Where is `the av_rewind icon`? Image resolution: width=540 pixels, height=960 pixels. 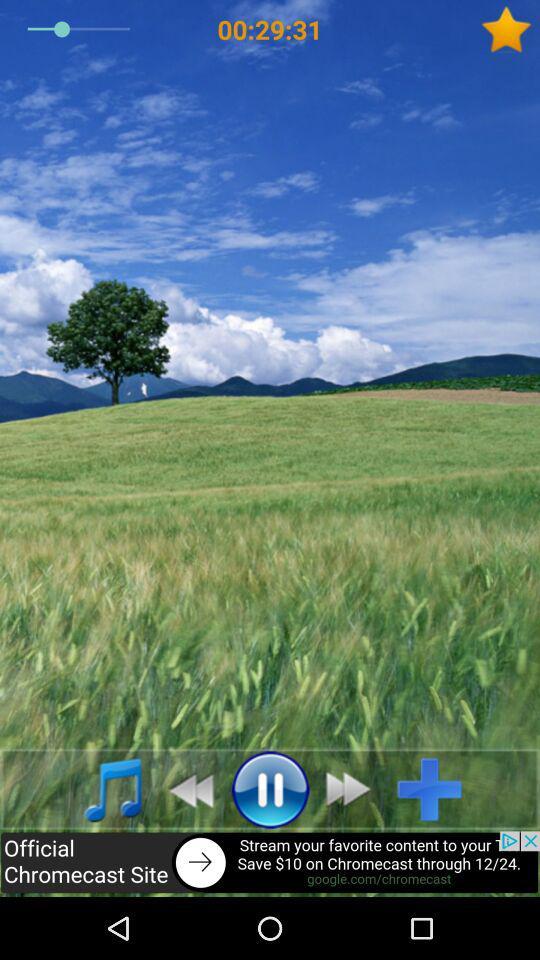
the av_rewind icon is located at coordinates (185, 789).